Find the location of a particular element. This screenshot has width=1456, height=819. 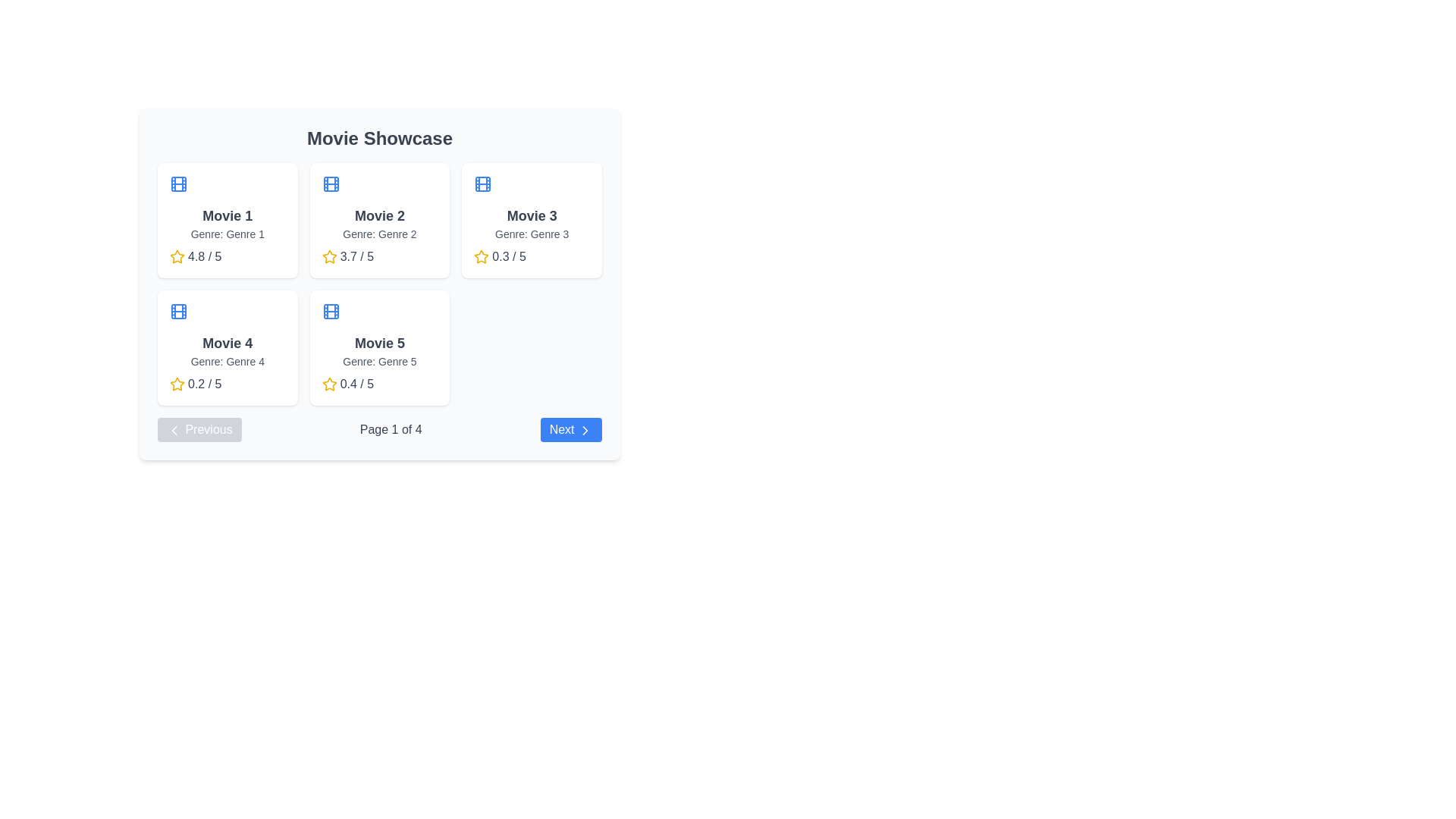

the movie icon that identifies the 'Movie 5' card, located near the top-left corner of the card in the bottom-right position of the movie card grid is located at coordinates (330, 311).